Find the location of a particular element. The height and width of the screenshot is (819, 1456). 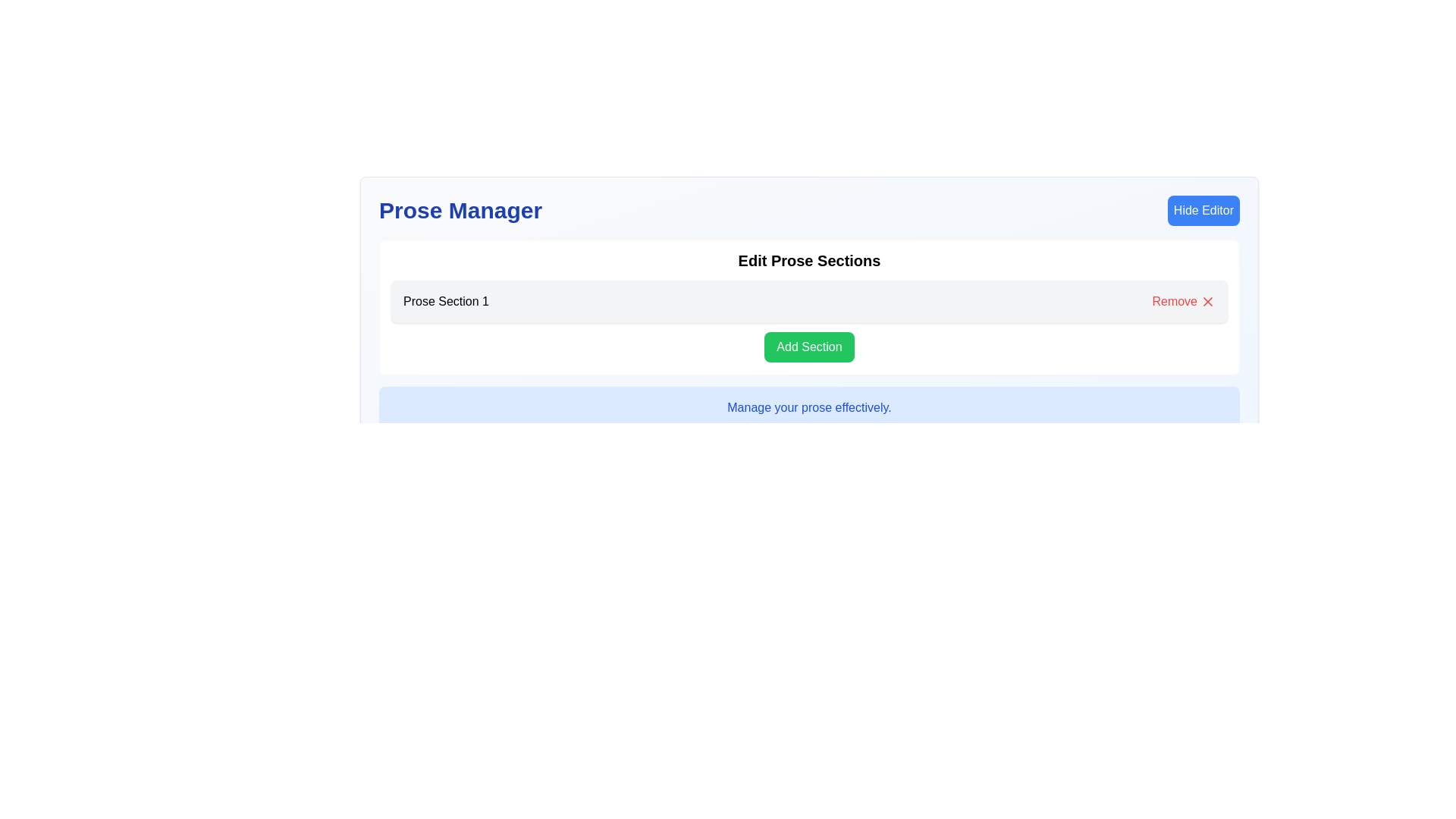

keyboard navigation is located at coordinates (1207, 301).